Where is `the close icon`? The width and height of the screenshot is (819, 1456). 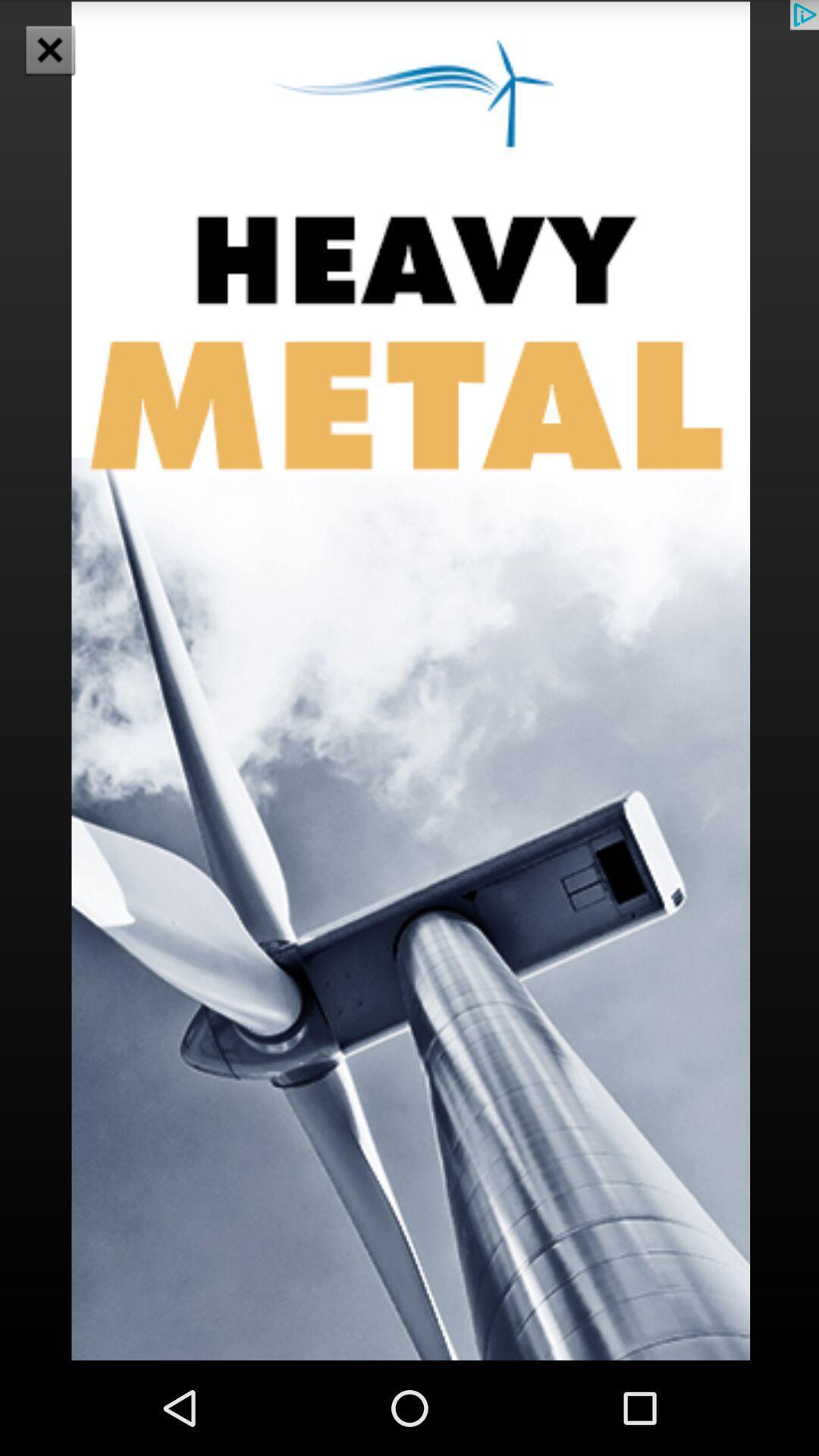 the close icon is located at coordinates (49, 53).